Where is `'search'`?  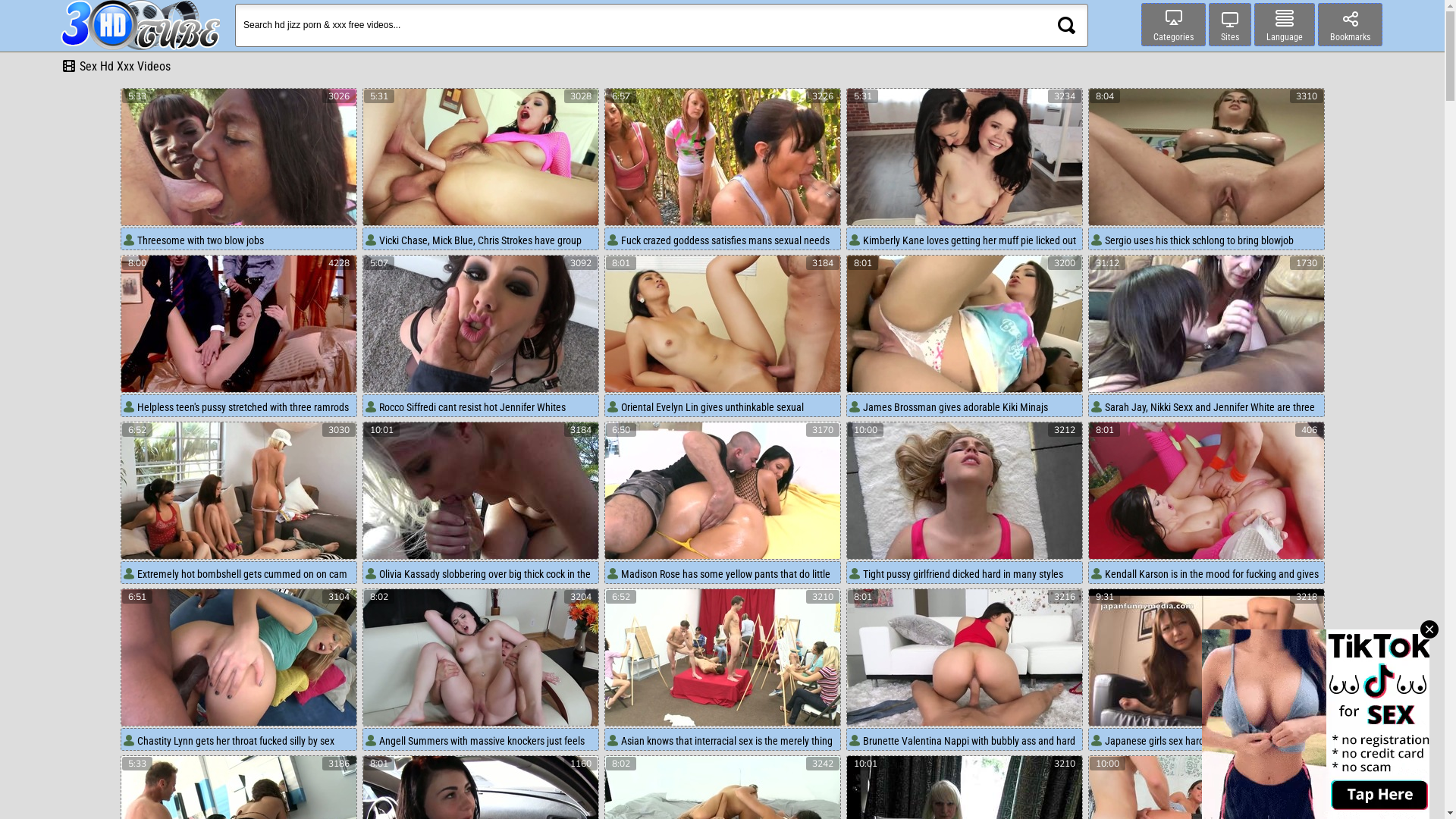 'search' is located at coordinates (1065, 25).